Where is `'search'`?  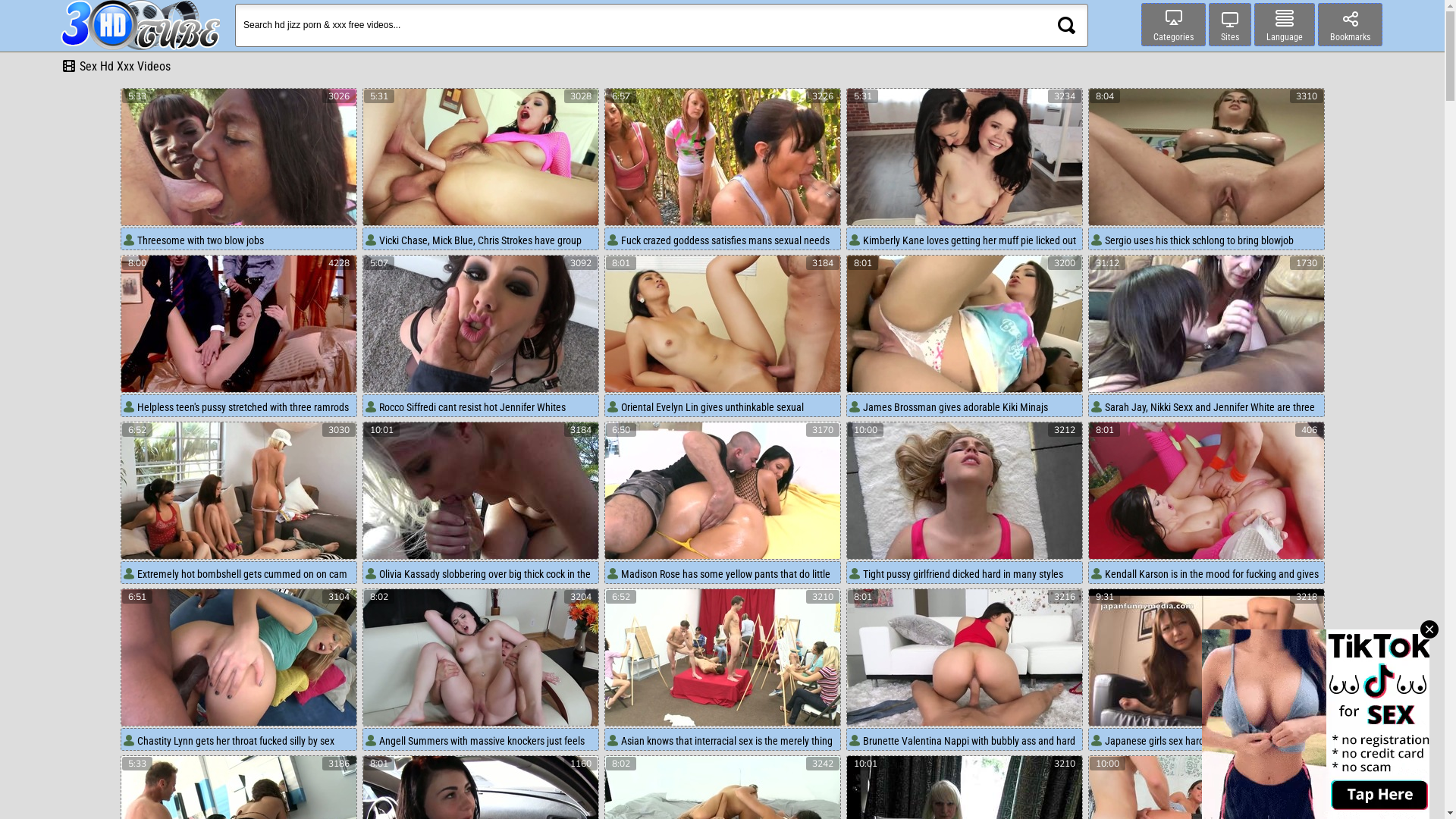 'search' is located at coordinates (1065, 25).